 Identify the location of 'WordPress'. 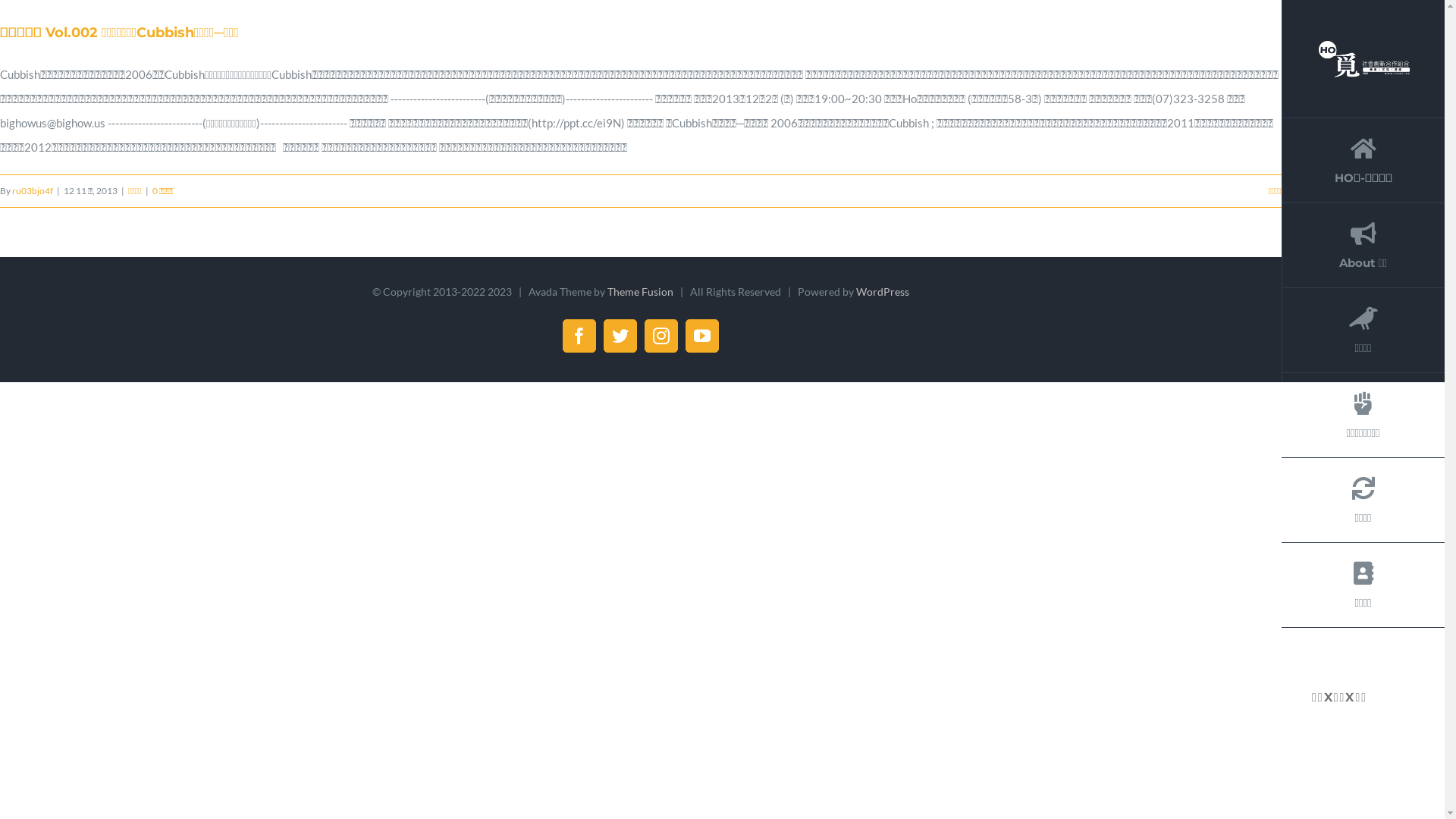
(882, 291).